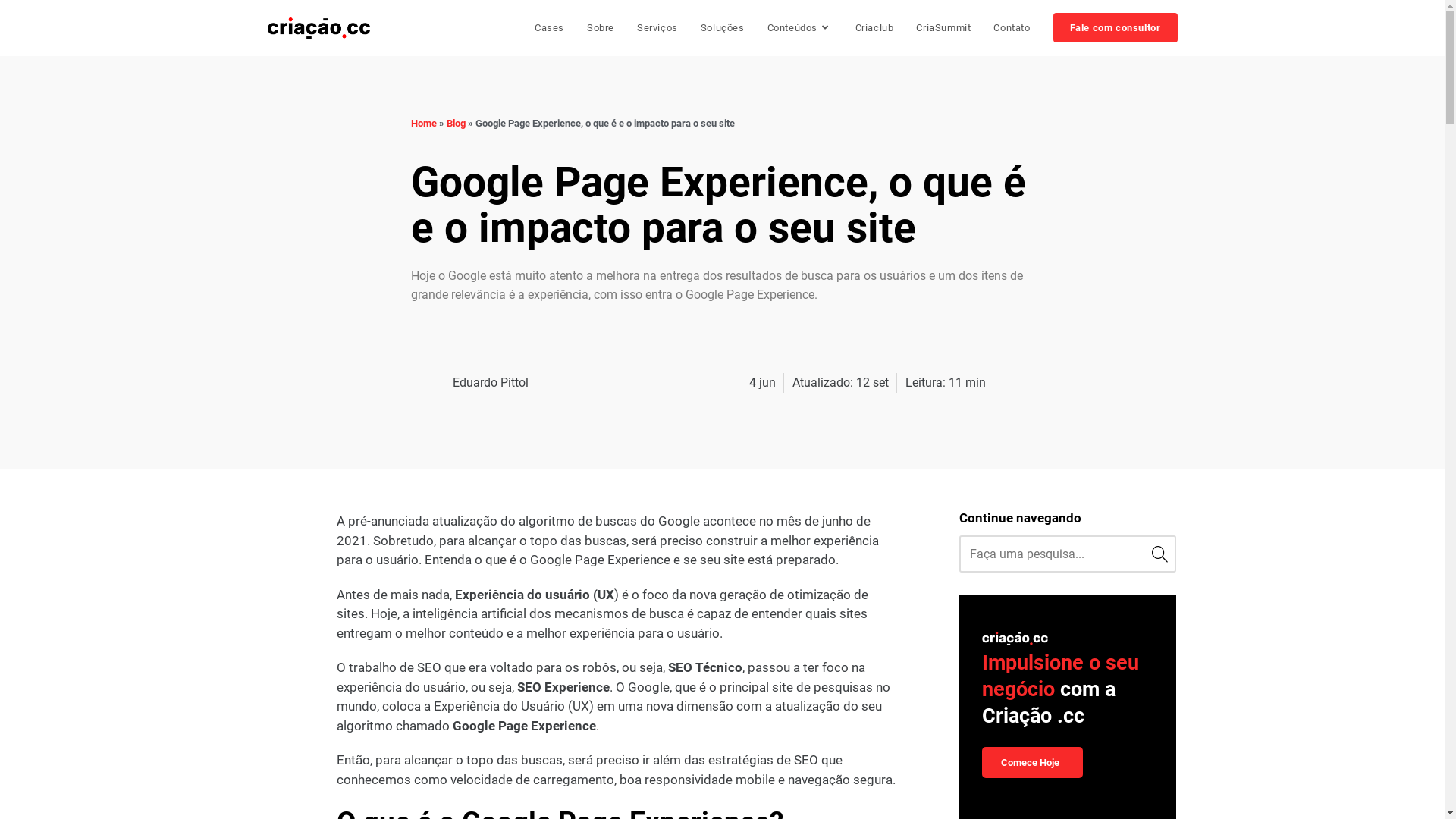 The width and height of the screenshot is (1456, 819). I want to click on 'Home', so click(411, 122).